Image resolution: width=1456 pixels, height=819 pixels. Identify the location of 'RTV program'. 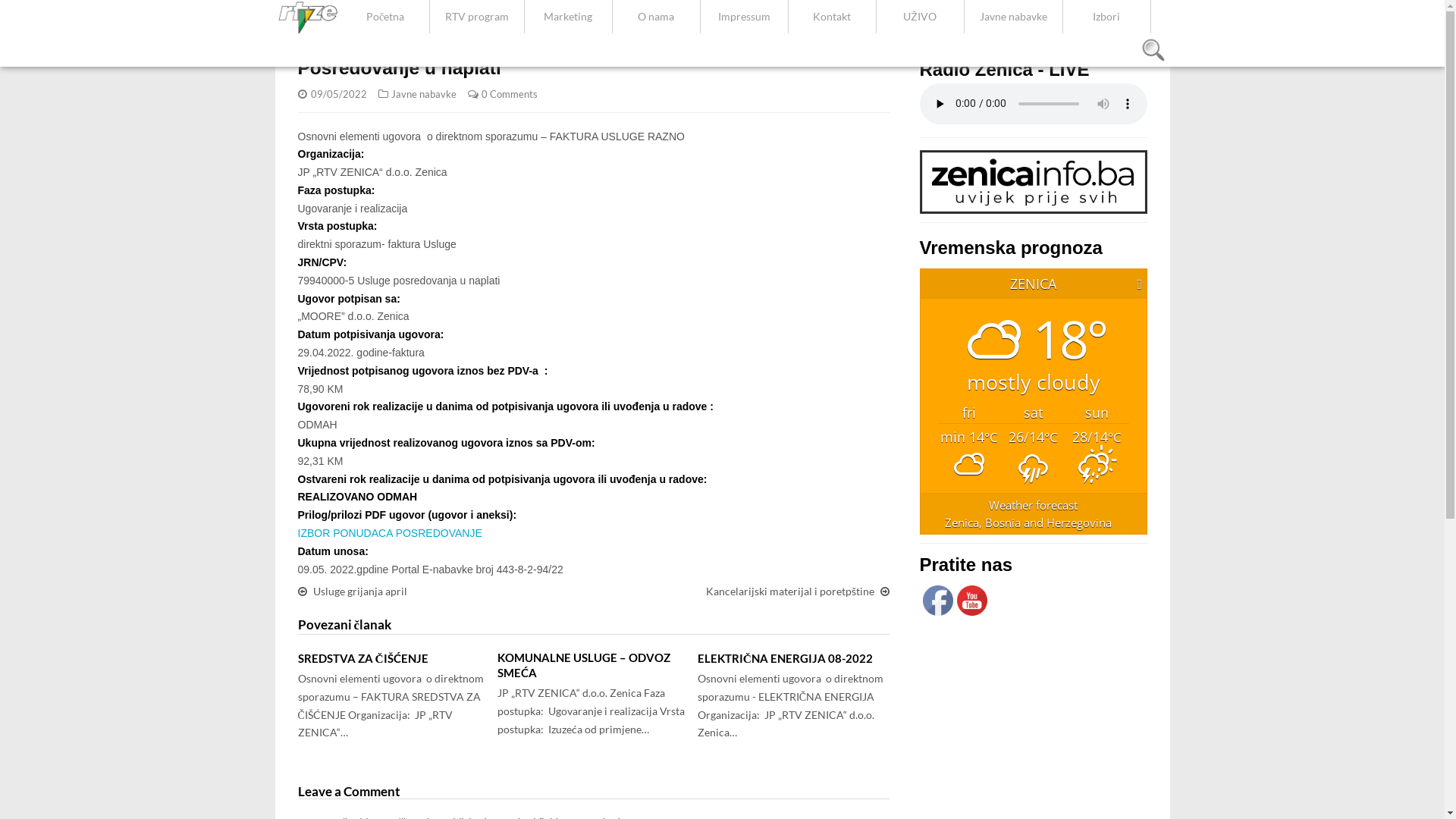
(428, 17).